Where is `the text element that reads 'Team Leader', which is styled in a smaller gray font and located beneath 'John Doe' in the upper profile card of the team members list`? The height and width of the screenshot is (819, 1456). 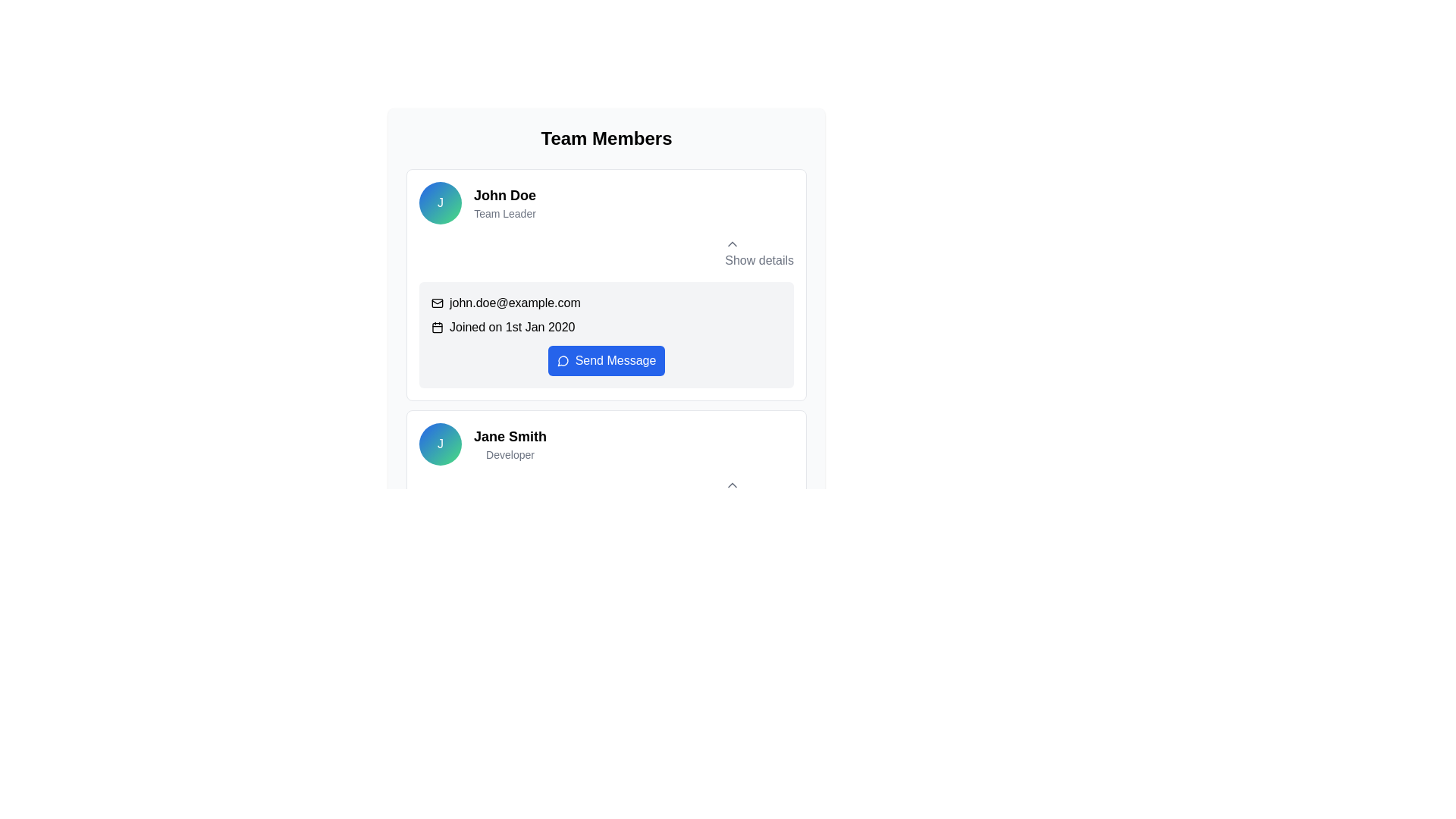 the text element that reads 'Team Leader', which is styled in a smaller gray font and located beneath 'John Doe' in the upper profile card of the team members list is located at coordinates (505, 213).